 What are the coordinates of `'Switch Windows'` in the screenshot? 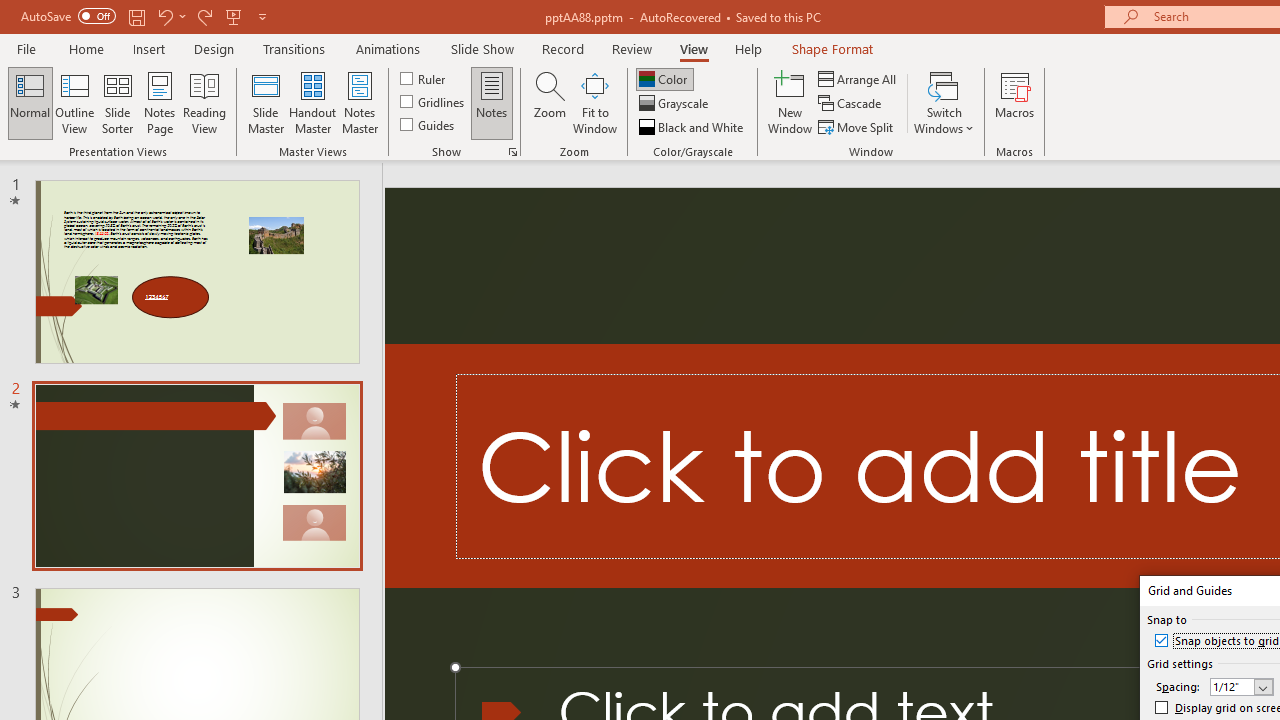 It's located at (943, 103).